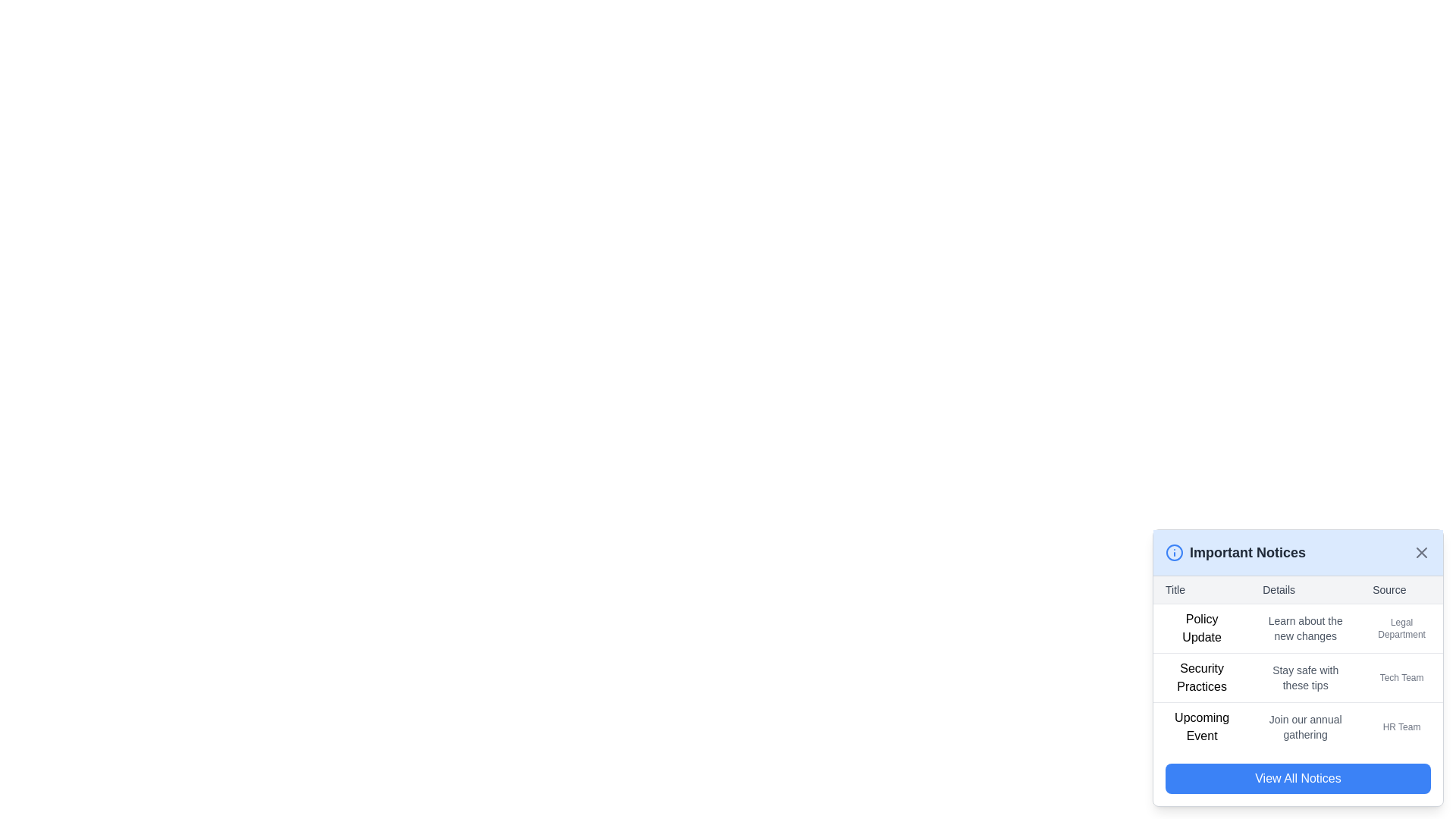  What do you see at coordinates (1401, 629) in the screenshot?
I see `the text label that says 'Legal Department' located in the 'Source' column of the table in the 'Important Notices' section, specifically in the first row corresponding to the 'Policy Update' entry` at bounding box center [1401, 629].